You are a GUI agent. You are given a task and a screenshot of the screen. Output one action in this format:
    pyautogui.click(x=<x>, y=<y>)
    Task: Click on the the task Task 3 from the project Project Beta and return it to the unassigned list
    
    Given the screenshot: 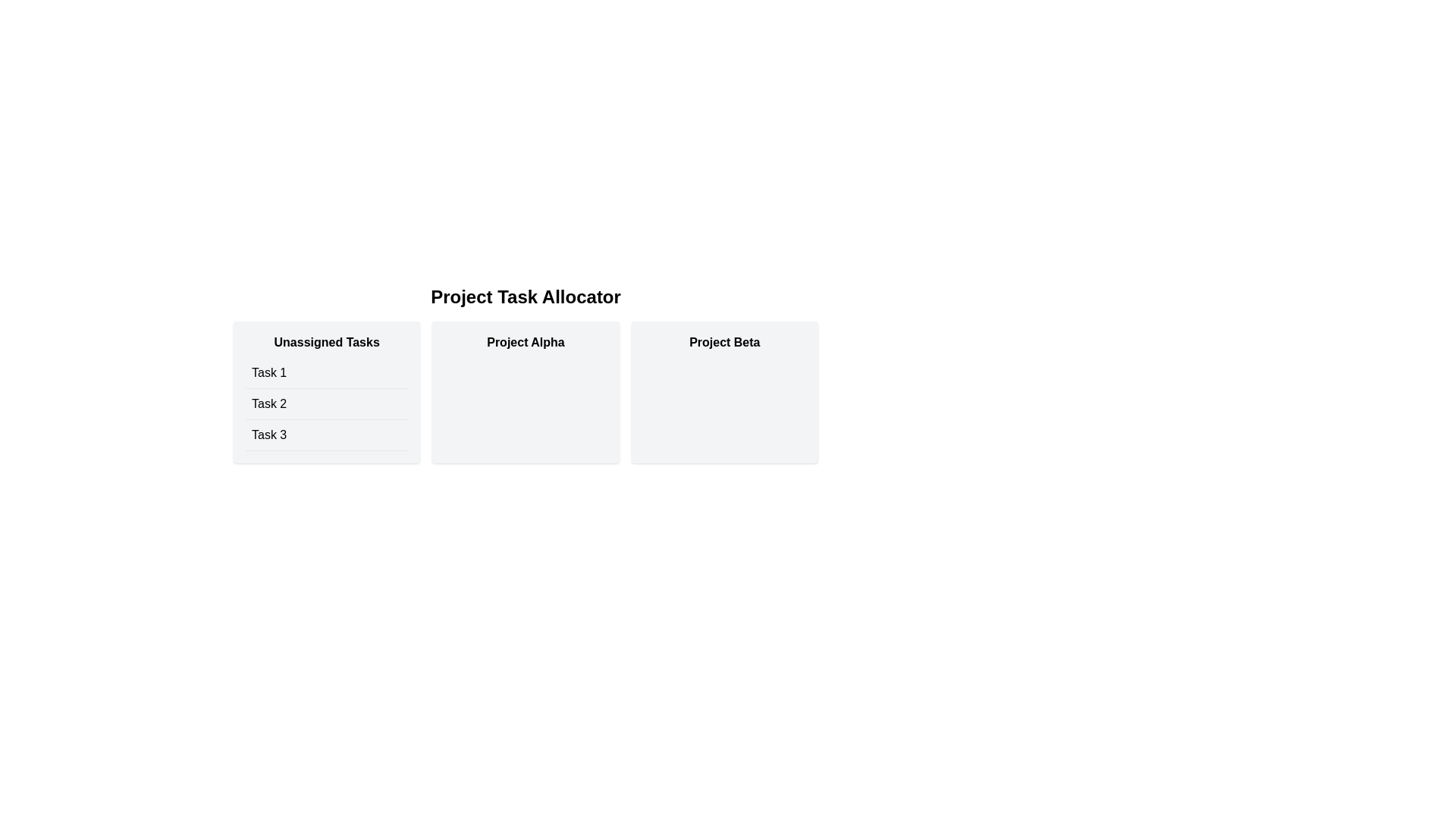 What is the action you would take?
    pyautogui.click(x=723, y=391)
    